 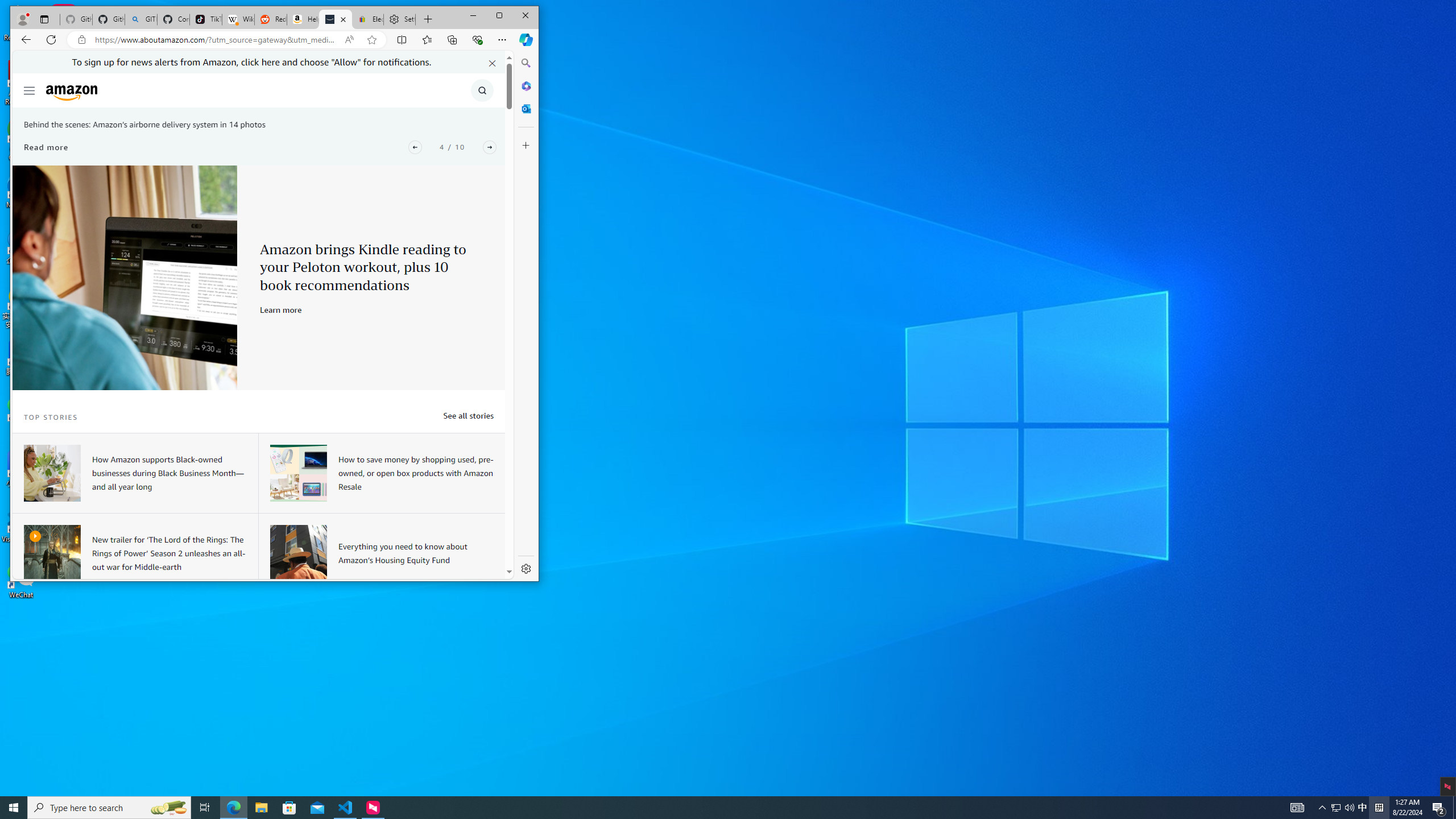 What do you see at coordinates (51, 473) in the screenshot?
I see `'A woman sitting at a desk working on a laptop device.'` at bounding box center [51, 473].